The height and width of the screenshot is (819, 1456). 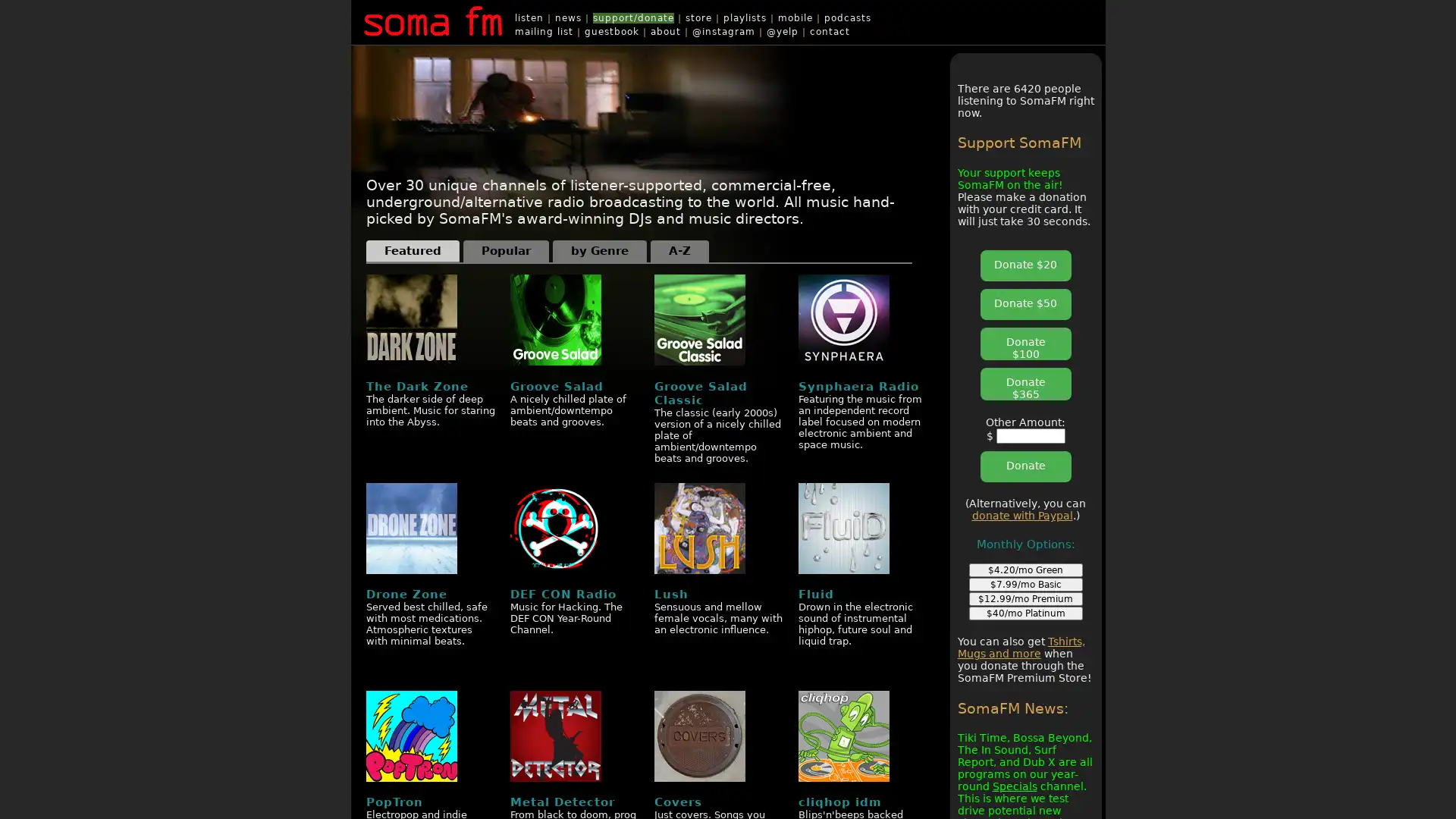 I want to click on $4.20/mo Green, so click(x=1025, y=570).